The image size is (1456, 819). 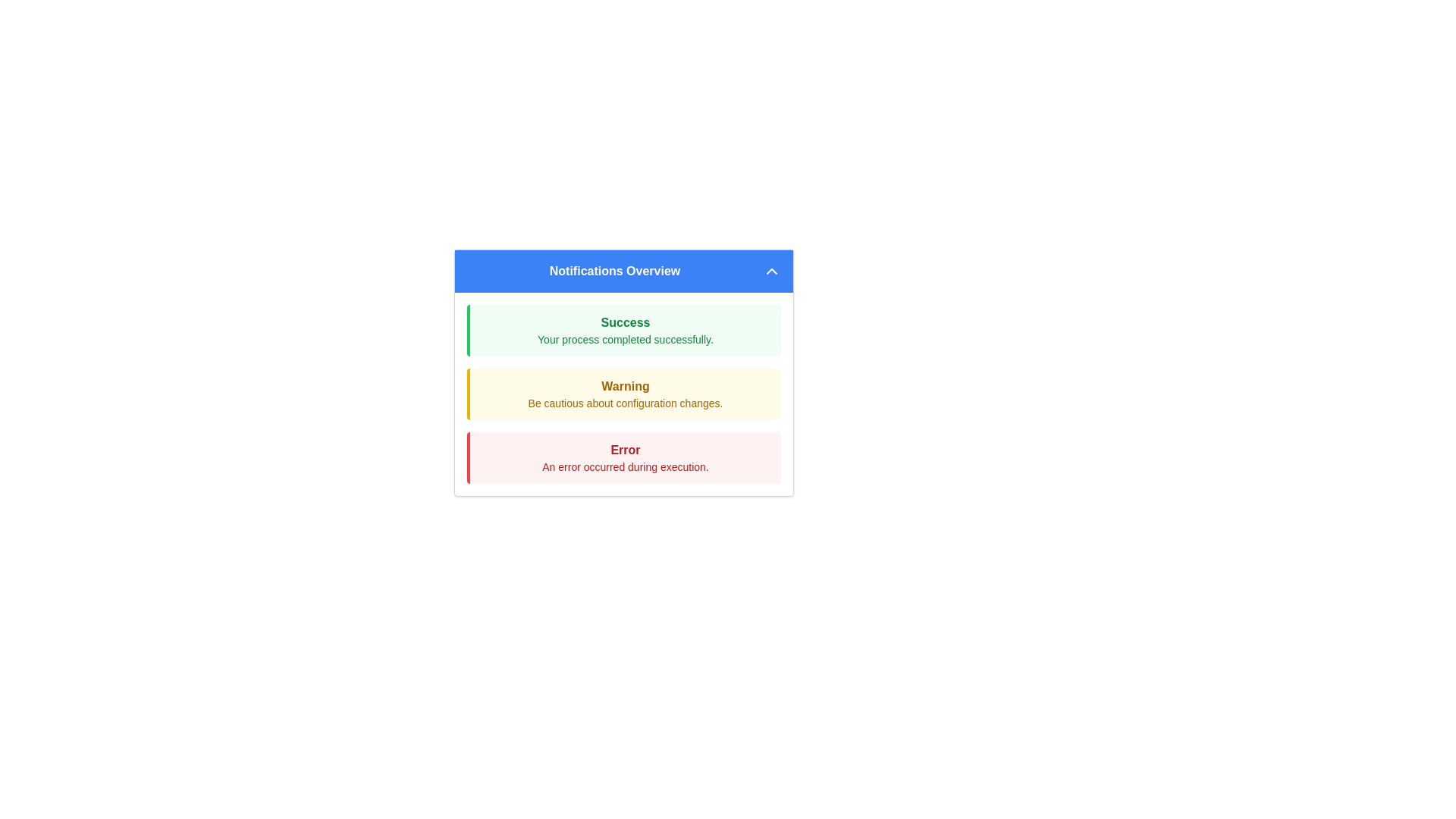 What do you see at coordinates (626, 466) in the screenshot?
I see `the text label displaying 'An error occurred during execution.' which is styled in small red font and located below the text 'Error' within a notification banner` at bounding box center [626, 466].